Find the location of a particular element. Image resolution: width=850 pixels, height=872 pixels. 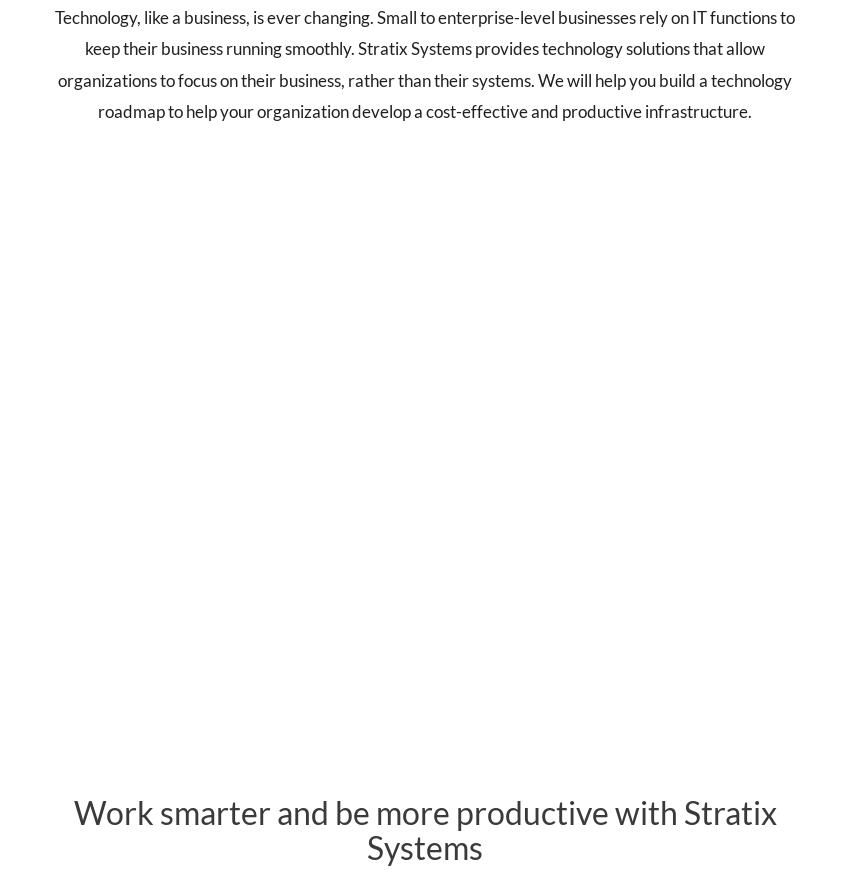

'Downtime is unproductive. It has bottom-line impact. Stratix Systems is here to help.' is located at coordinates (706, 454).